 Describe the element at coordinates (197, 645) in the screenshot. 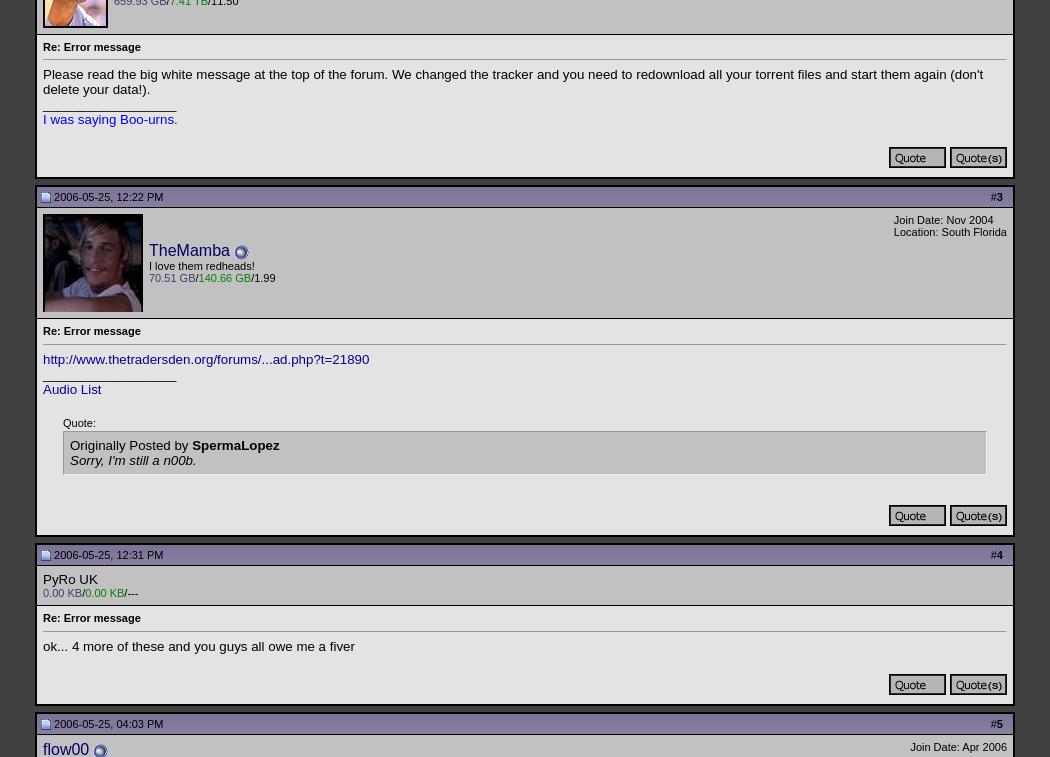

I see `'ok... 4 more of these and you guys all owe me a fiver'` at that location.